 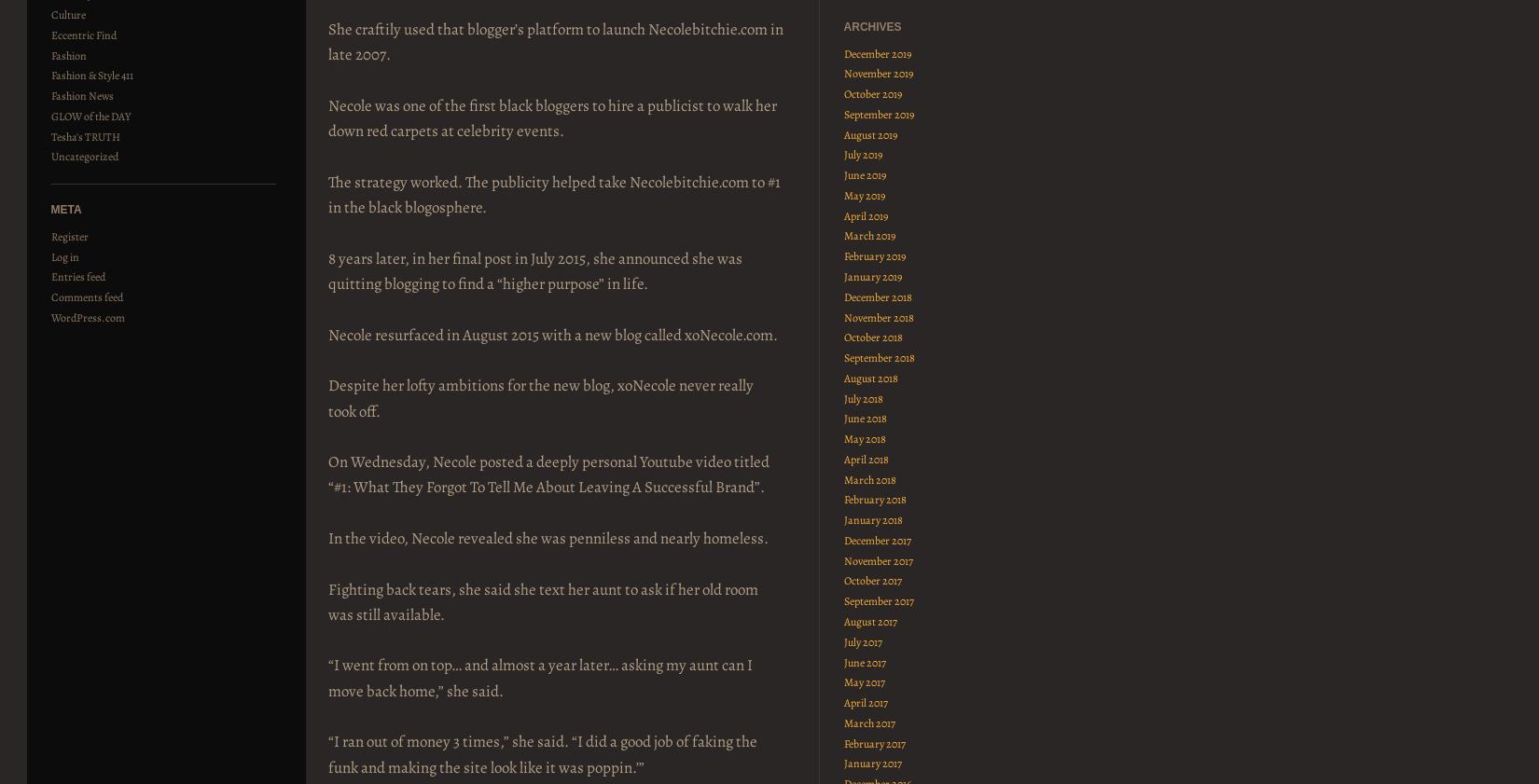 I want to click on 'December 2019', so click(x=843, y=52).